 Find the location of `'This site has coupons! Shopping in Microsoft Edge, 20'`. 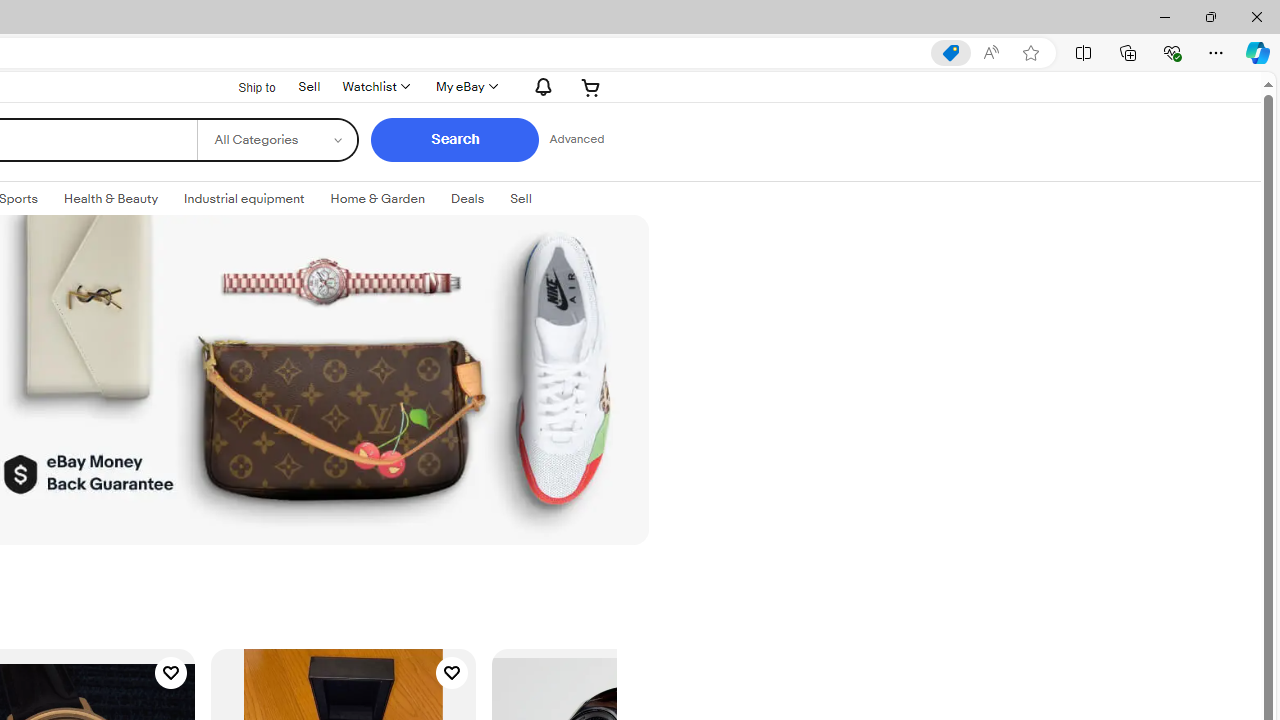

'This site has coupons! Shopping in Microsoft Edge, 20' is located at coordinates (950, 52).